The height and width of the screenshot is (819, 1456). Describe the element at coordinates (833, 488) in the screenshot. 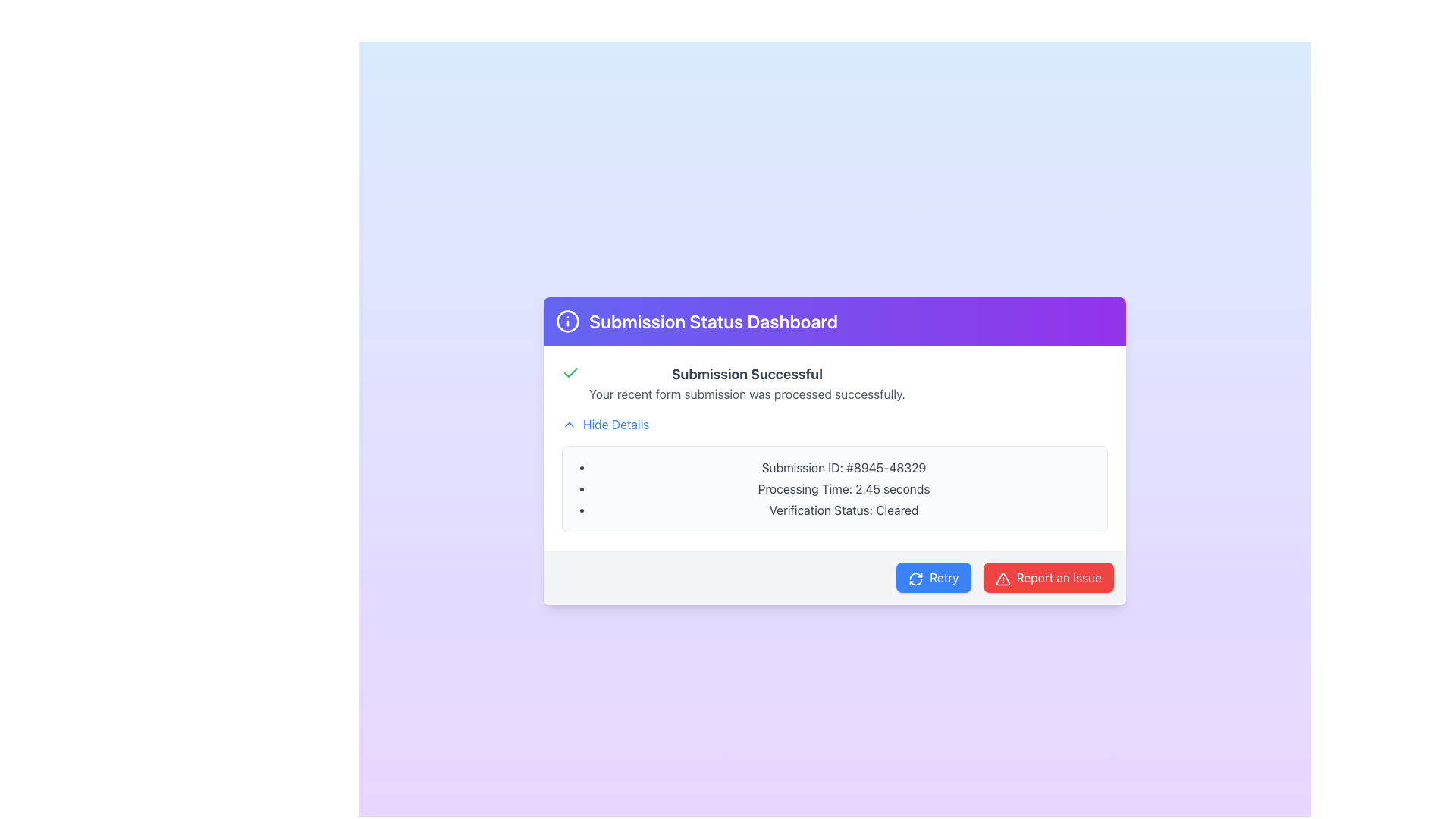

I see `the Informational display panel that shows details like 'Submission ID: #8945-48329', 'Processing Time: 2.45 seconds', and 'Verification Status: Cleared' located in the 'Submission Successful' section of the 'Submission Status Dashboard'` at that location.